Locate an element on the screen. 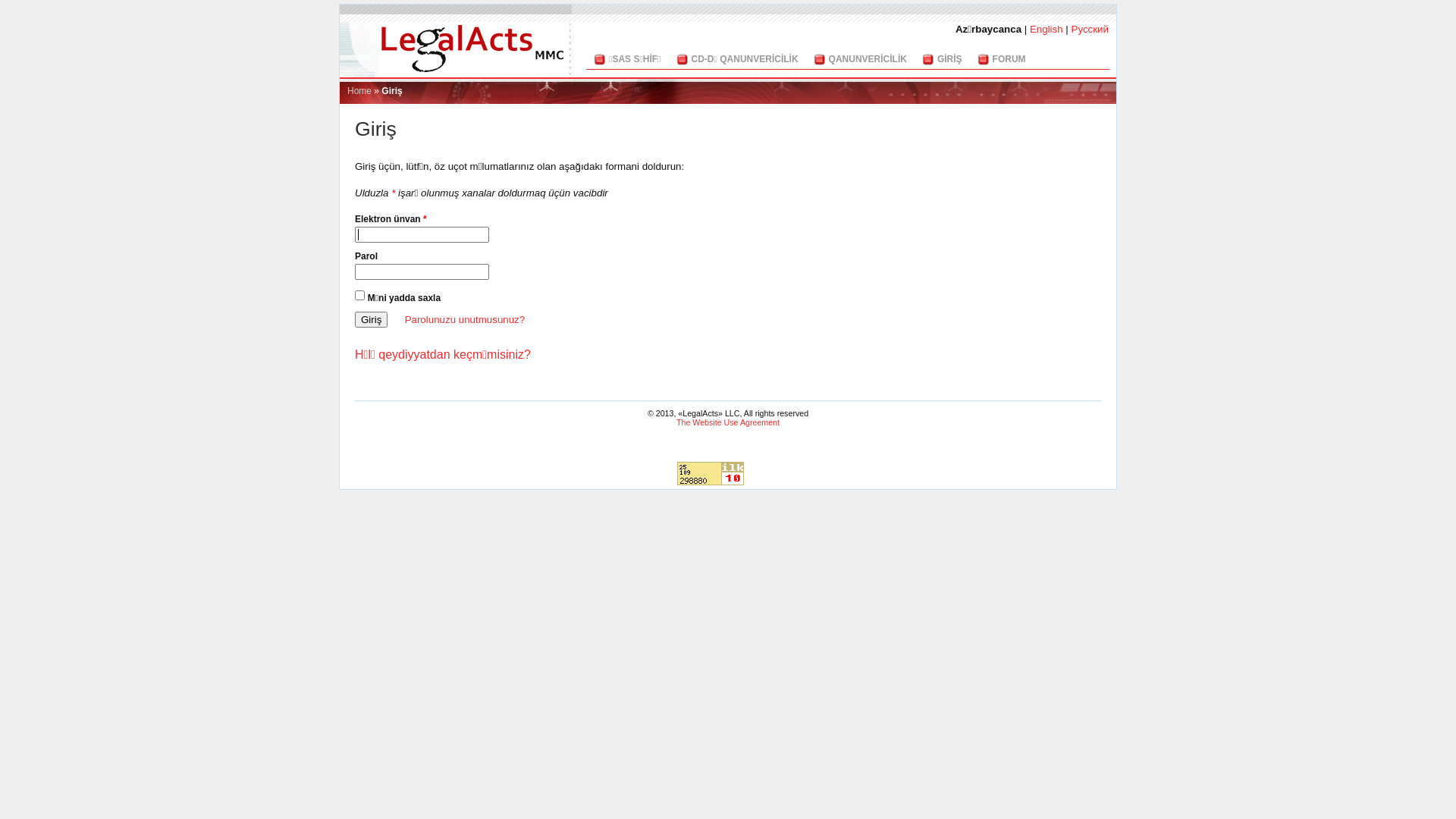 The height and width of the screenshot is (819, 1456). 'FORUM' is located at coordinates (1009, 58).